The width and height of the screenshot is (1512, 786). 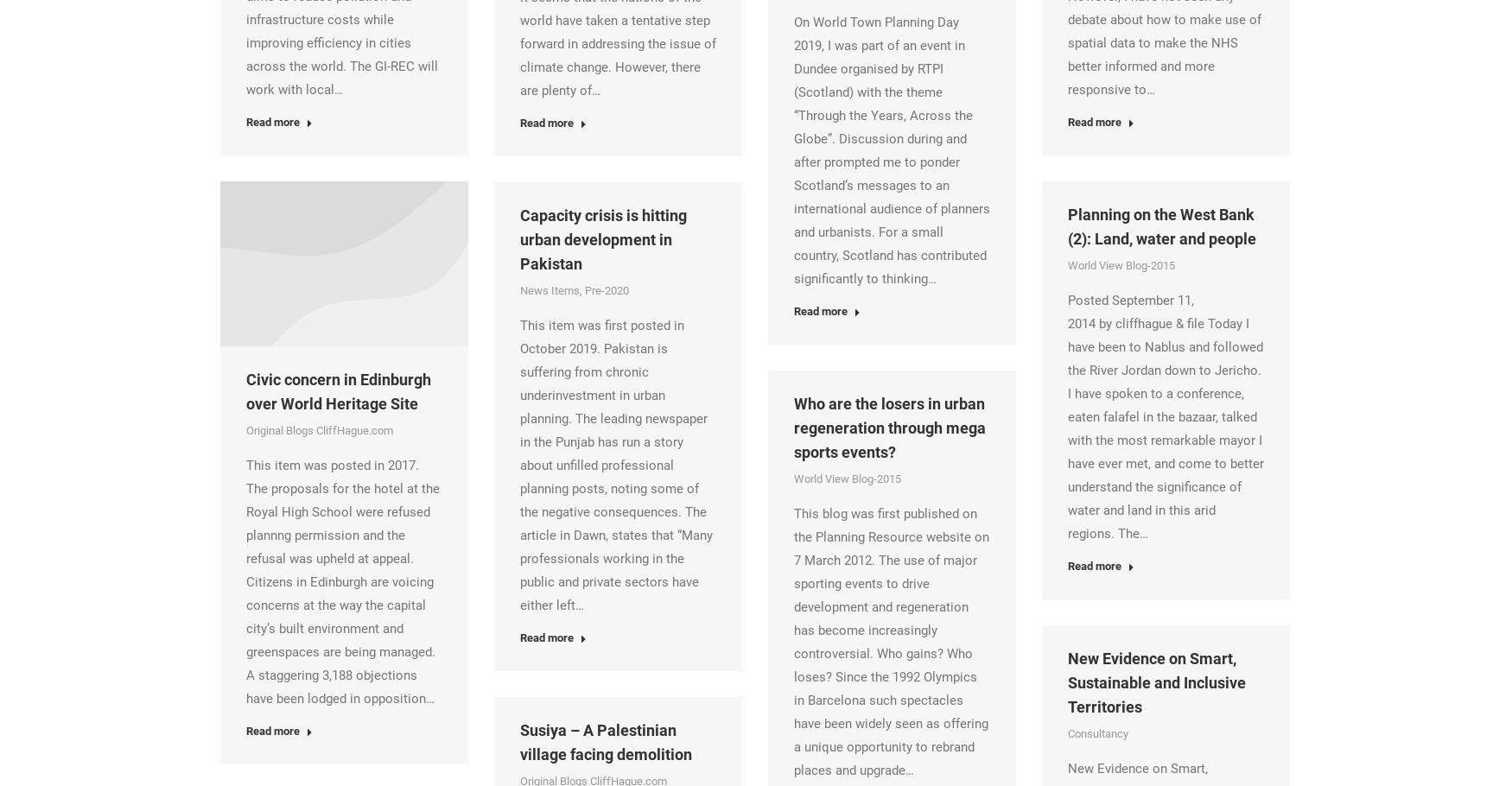 I want to click on 'Original Blogs CliffHague.com', so click(x=319, y=430).